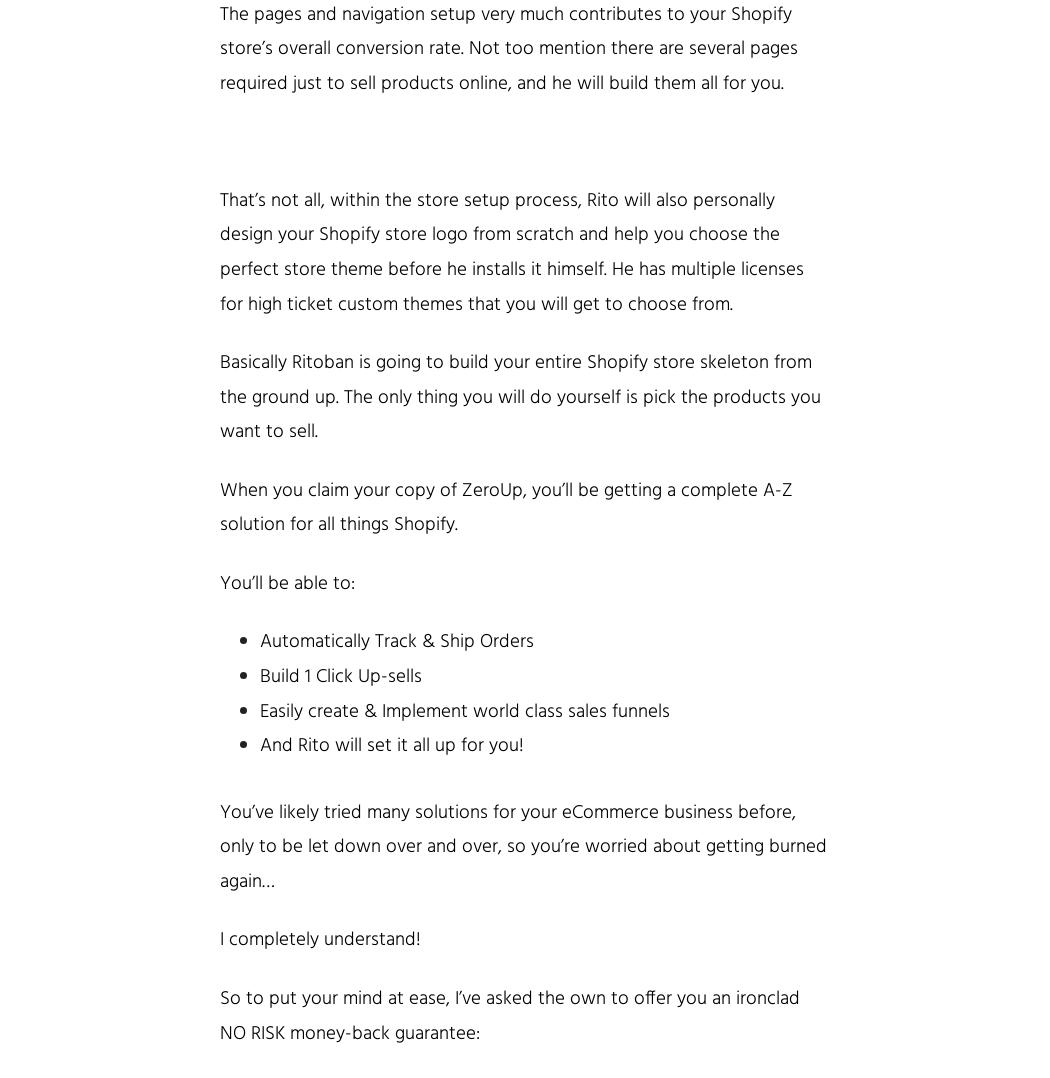 The height and width of the screenshot is (1078, 1050). I want to click on 'So to put your mind at ease, I’ve asked the own to offer you an ironclad NO RISK money-back', so click(508, 1014).